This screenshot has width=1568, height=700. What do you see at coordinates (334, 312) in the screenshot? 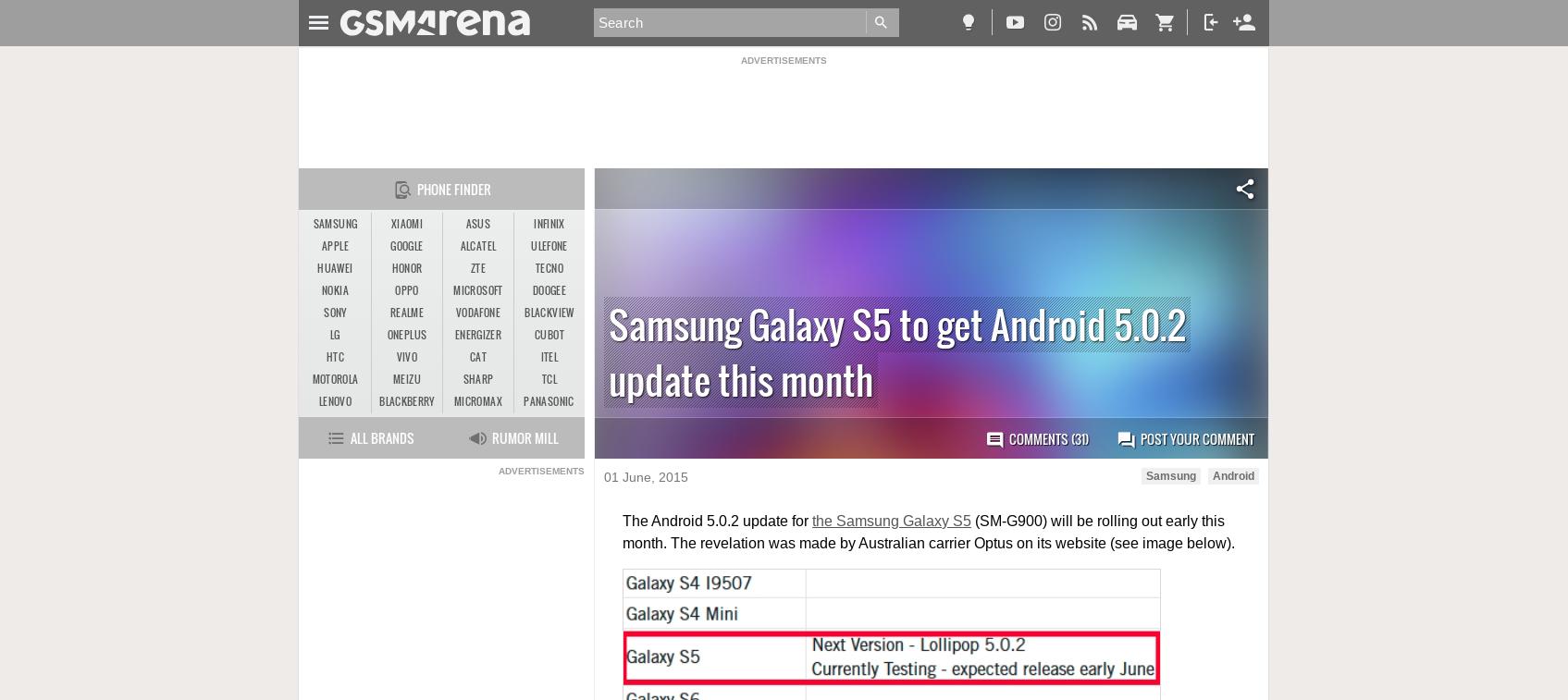
I see `'Sony'` at bounding box center [334, 312].